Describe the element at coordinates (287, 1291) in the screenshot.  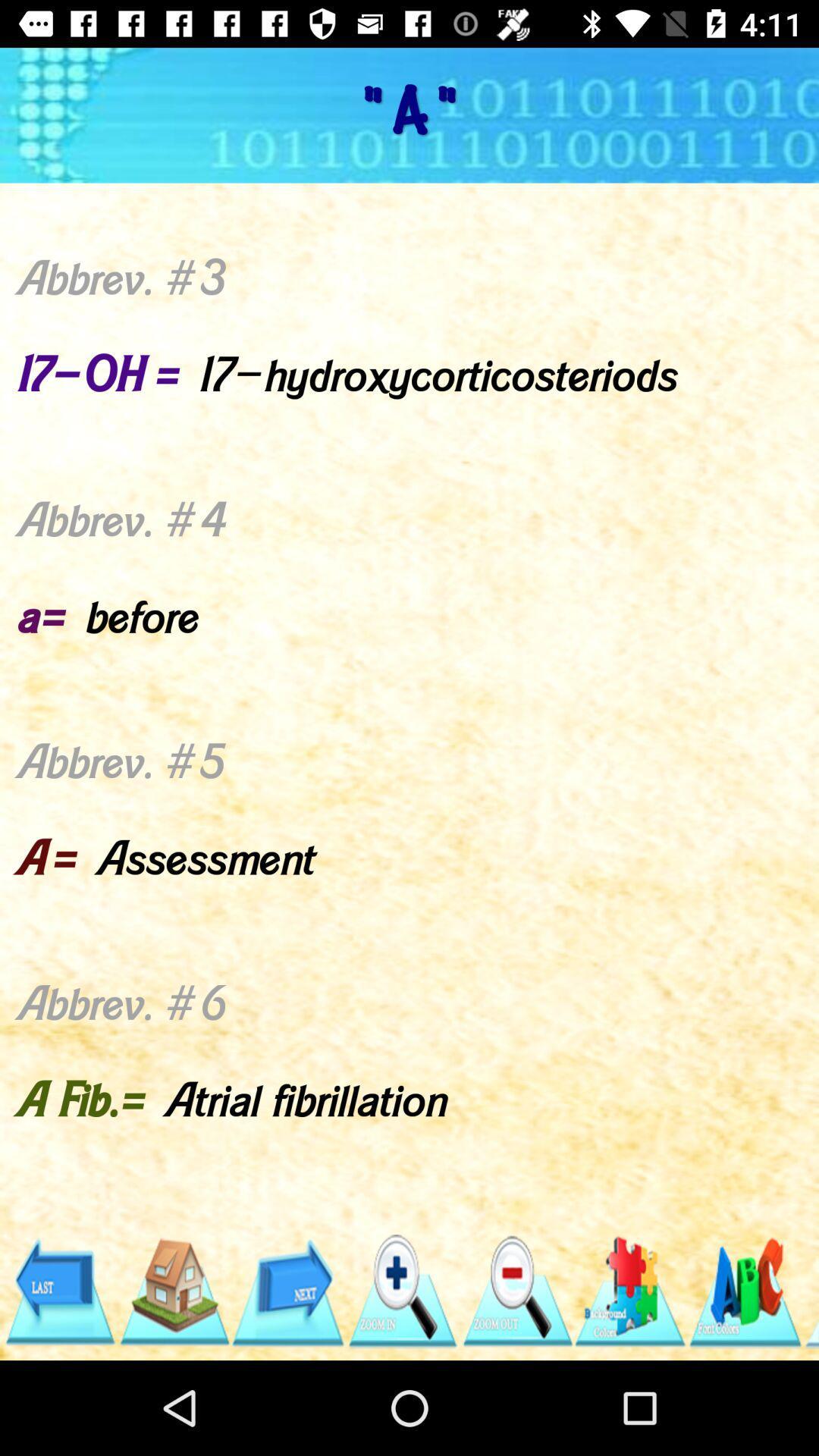
I see `app below the abbrev 	1` at that location.